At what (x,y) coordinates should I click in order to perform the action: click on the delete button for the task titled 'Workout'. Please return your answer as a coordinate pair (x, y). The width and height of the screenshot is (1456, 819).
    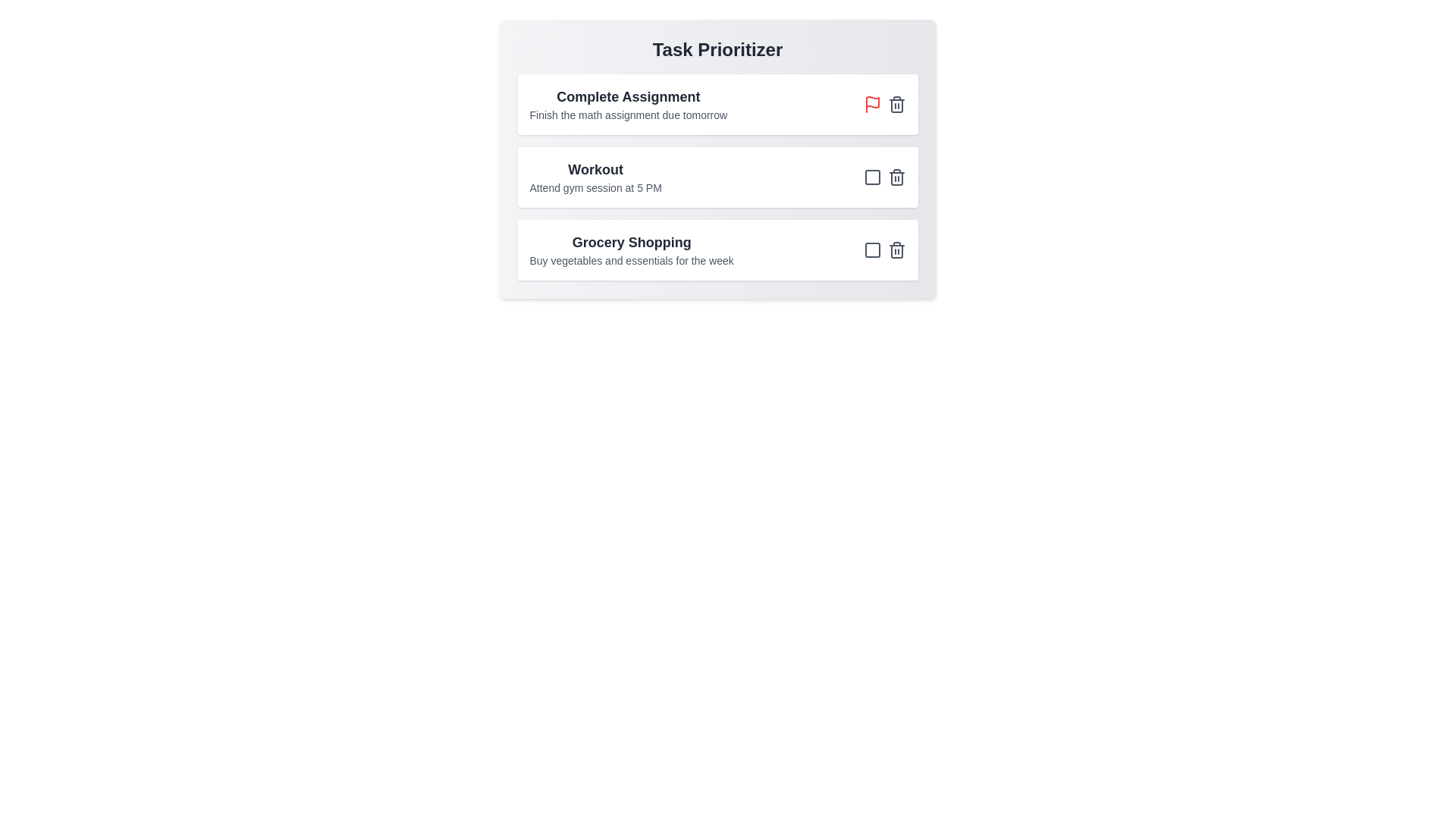
    Looking at the image, I should click on (896, 177).